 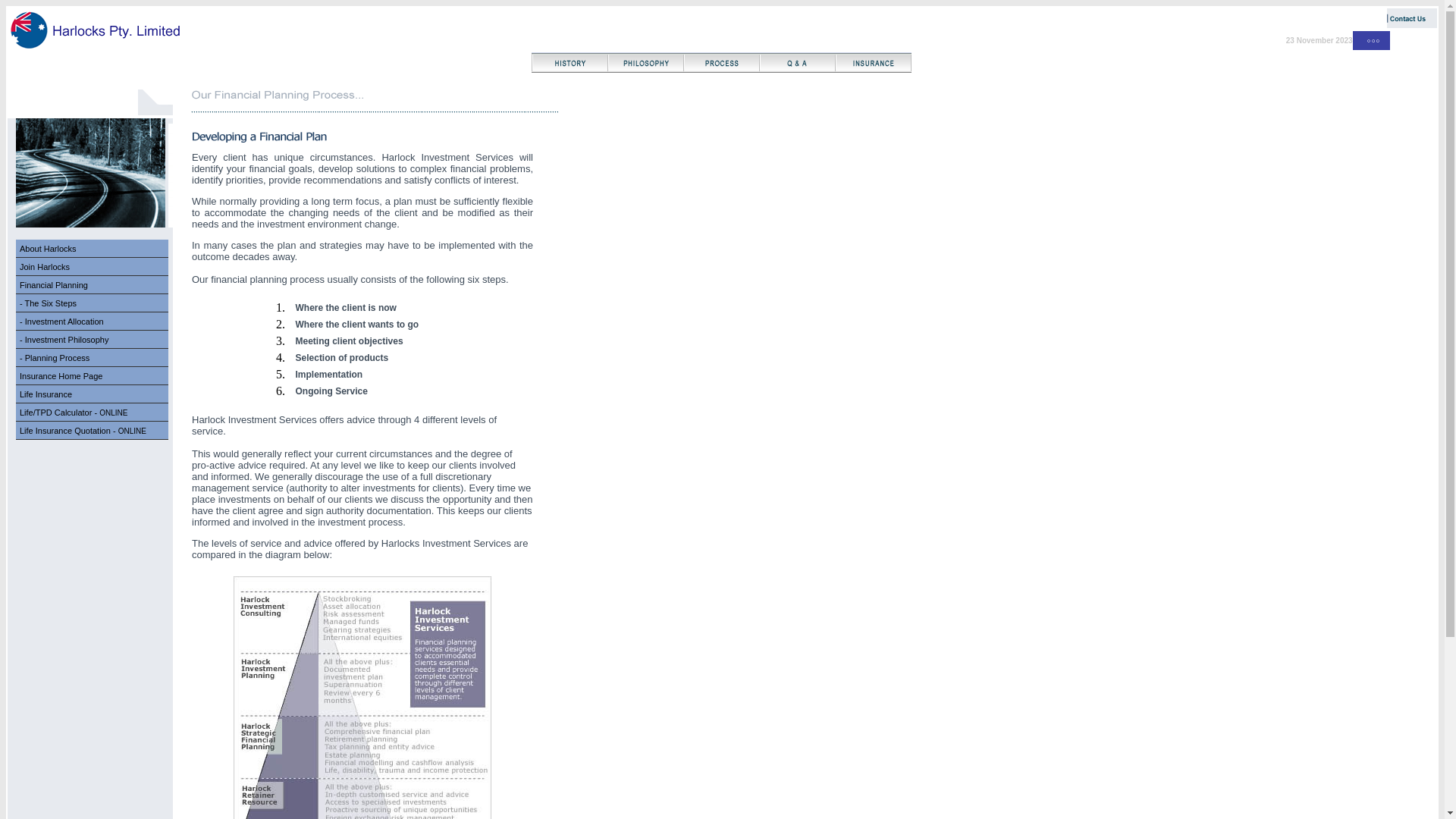 What do you see at coordinates (356, 324) in the screenshot?
I see `'Where the client wants to go'` at bounding box center [356, 324].